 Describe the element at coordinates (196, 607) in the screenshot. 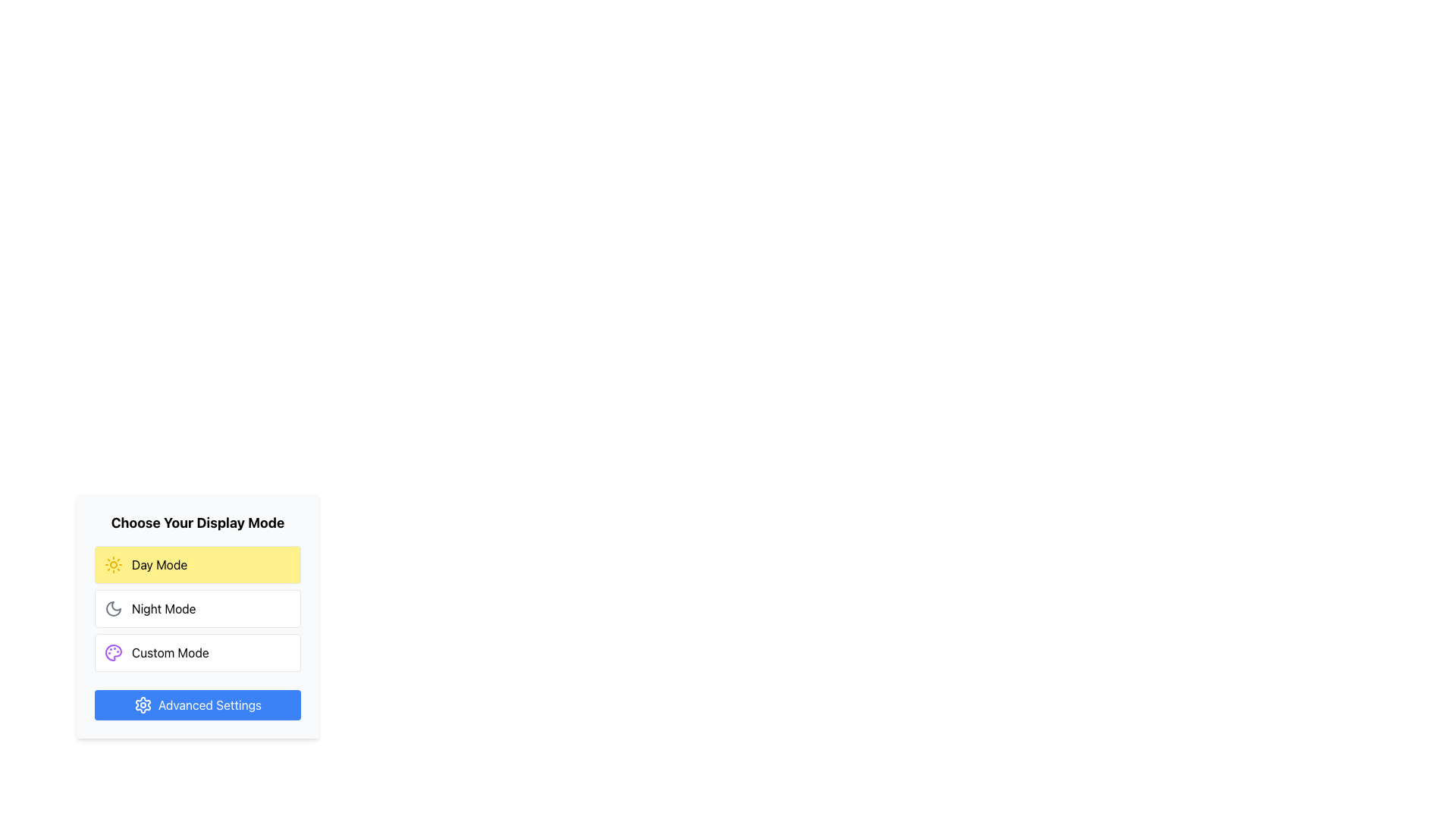

I see `the 'Night Mode' option within the Interactive Group, which is located below the title 'Choose Your Display Mode' and above the 'Advanced Settings' button` at that location.